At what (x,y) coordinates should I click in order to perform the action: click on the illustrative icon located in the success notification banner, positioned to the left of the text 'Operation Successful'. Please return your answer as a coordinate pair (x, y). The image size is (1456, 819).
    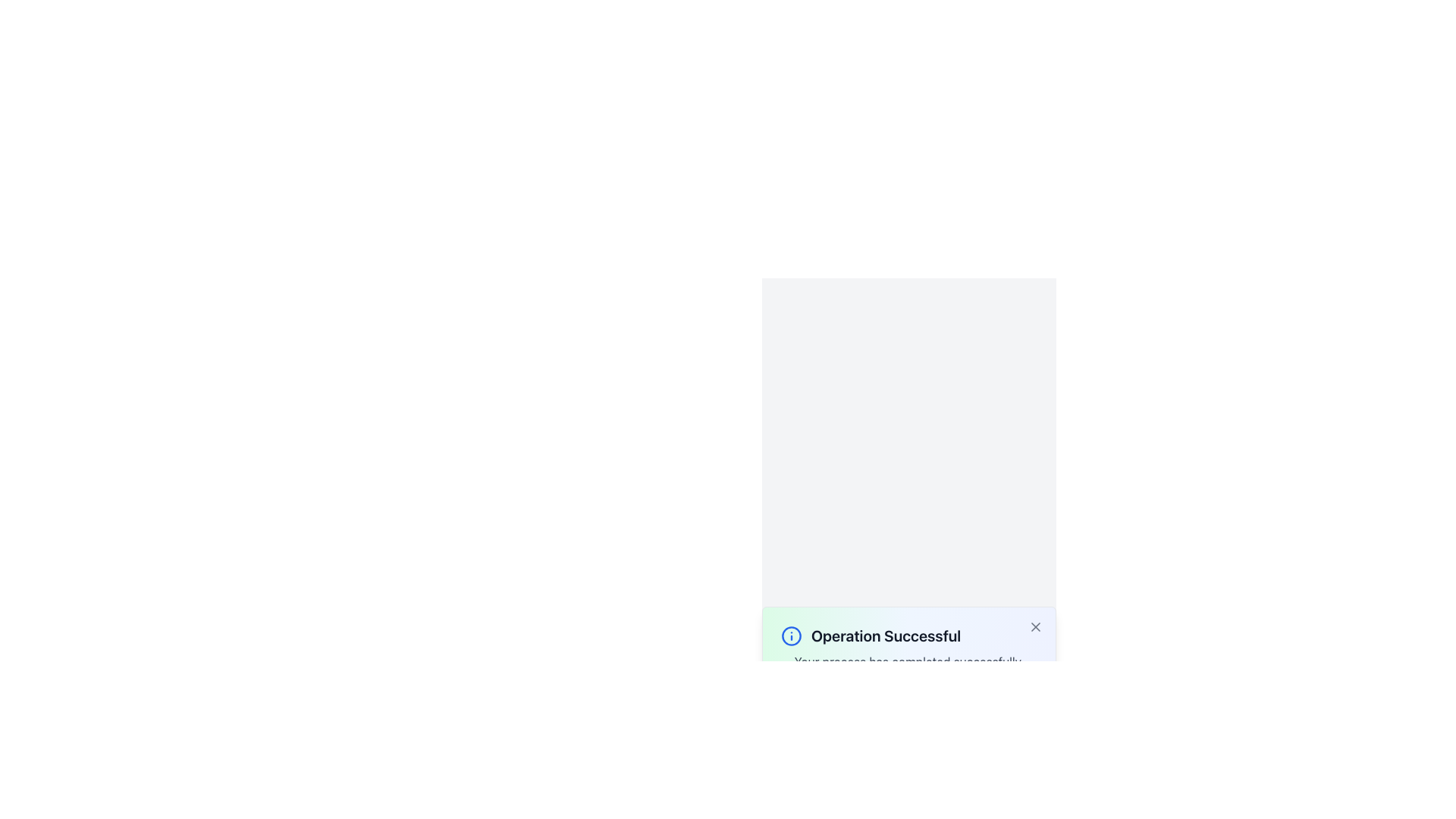
    Looking at the image, I should click on (790, 636).